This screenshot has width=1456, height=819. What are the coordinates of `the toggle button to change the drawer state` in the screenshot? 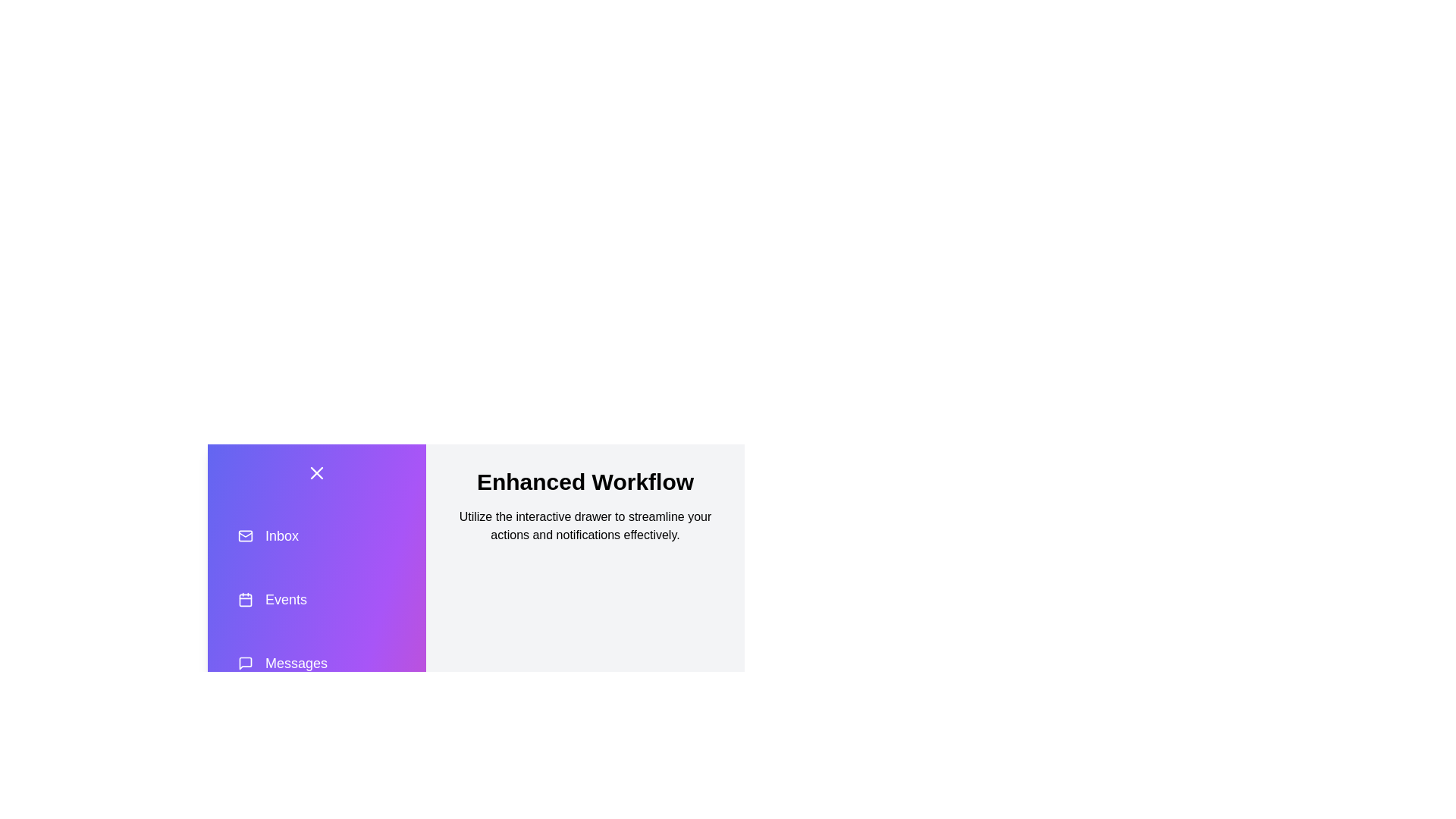 It's located at (315, 472).